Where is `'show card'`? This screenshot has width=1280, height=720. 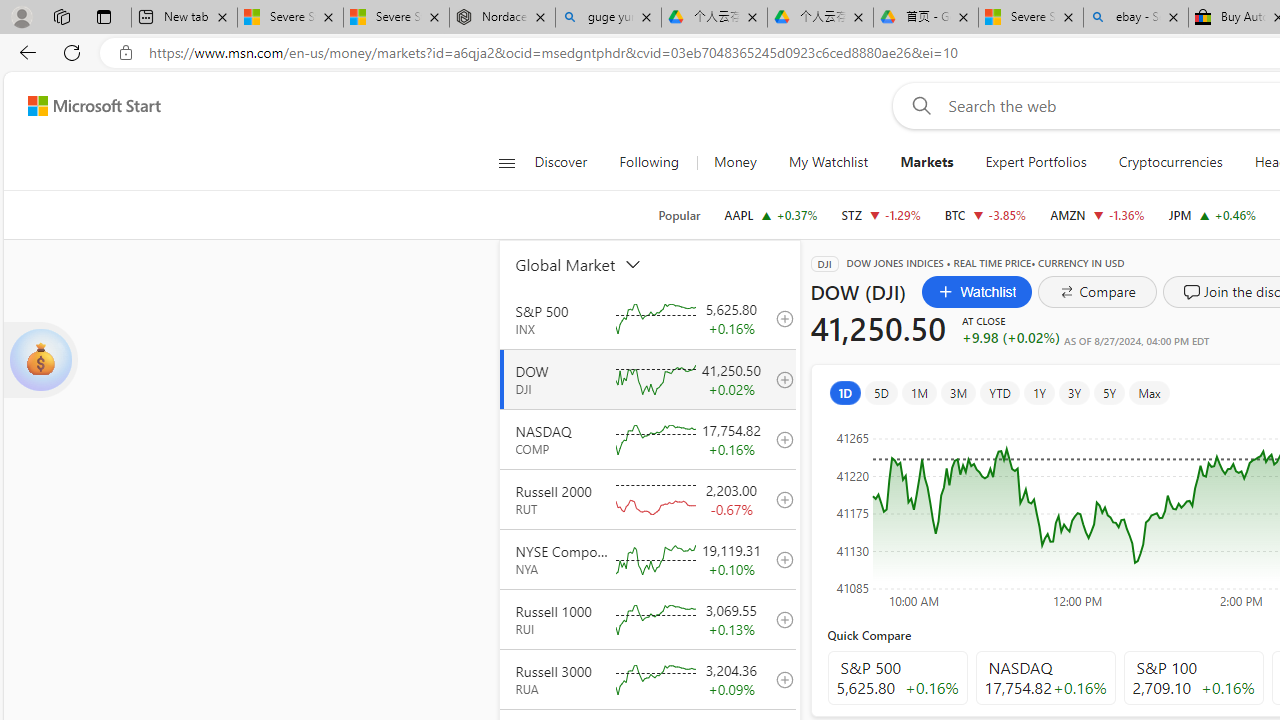 'show card' is located at coordinates (40, 360).